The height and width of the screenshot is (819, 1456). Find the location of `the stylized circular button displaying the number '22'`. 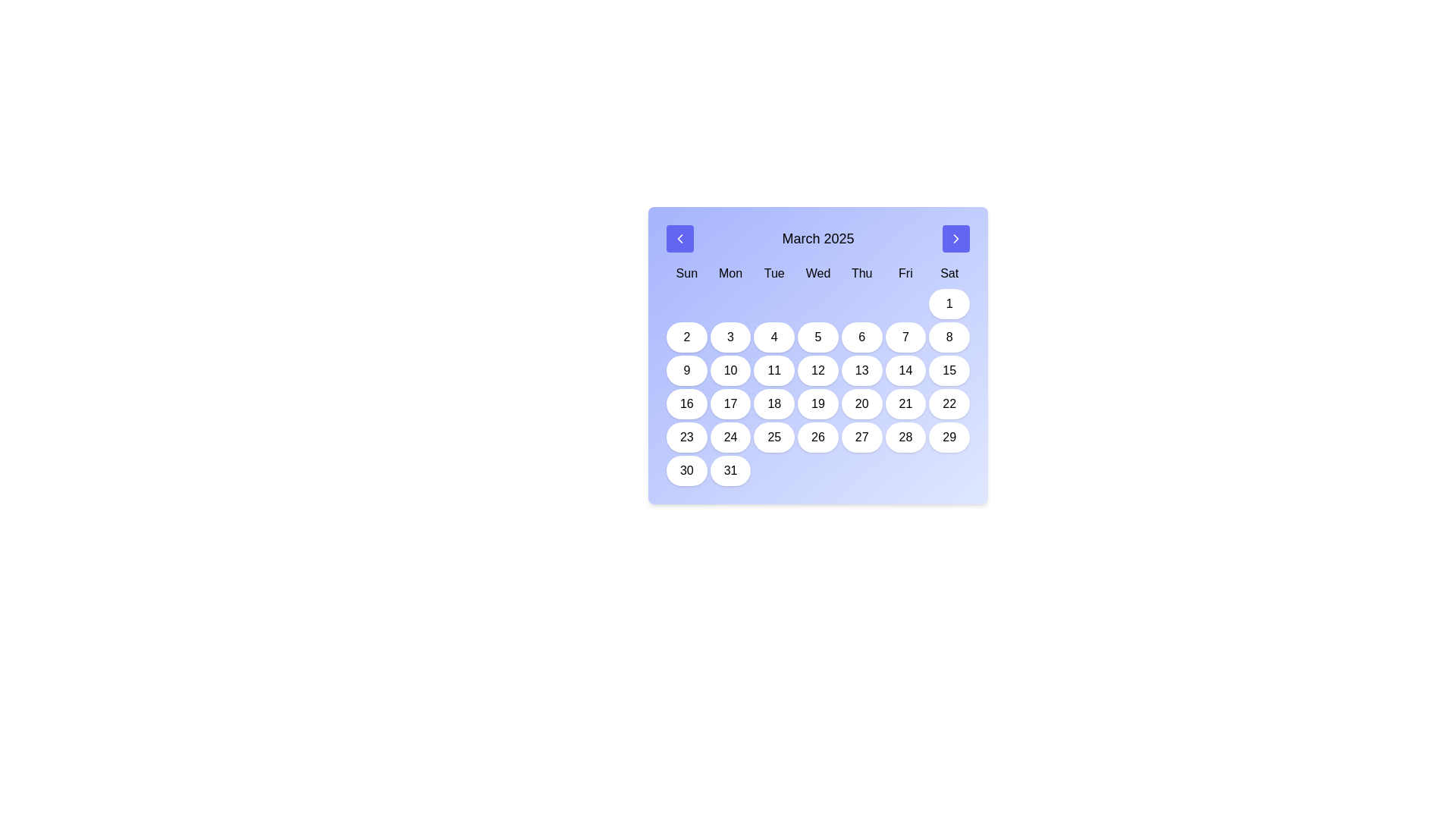

the stylized circular button displaying the number '22' is located at coordinates (949, 403).